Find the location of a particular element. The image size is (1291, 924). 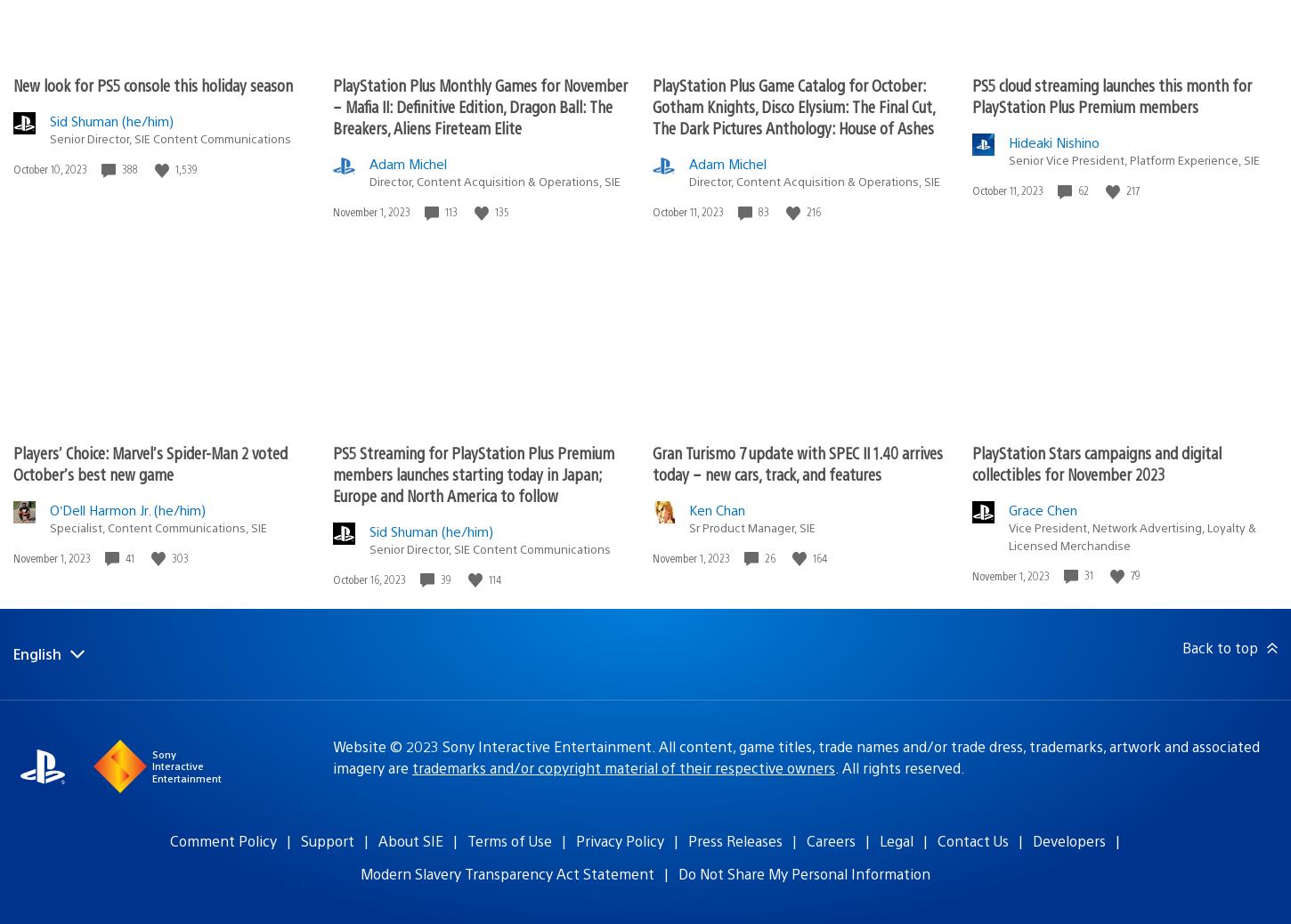

'August 25, 2015 at 4:21 PM UTC' is located at coordinates (246, 12).